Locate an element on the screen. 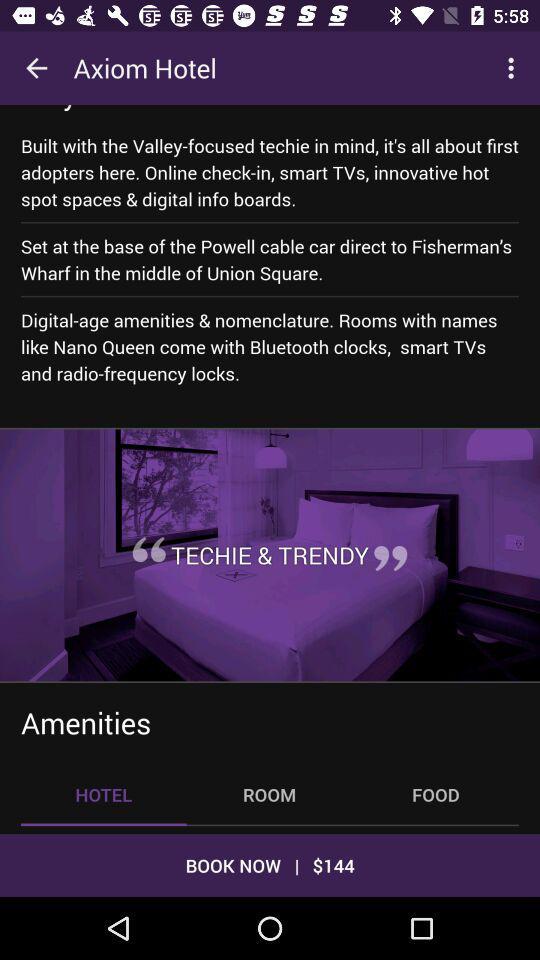 Image resolution: width=540 pixels, height=960 pixels. the item on the left is located at coordinates (148, 549).